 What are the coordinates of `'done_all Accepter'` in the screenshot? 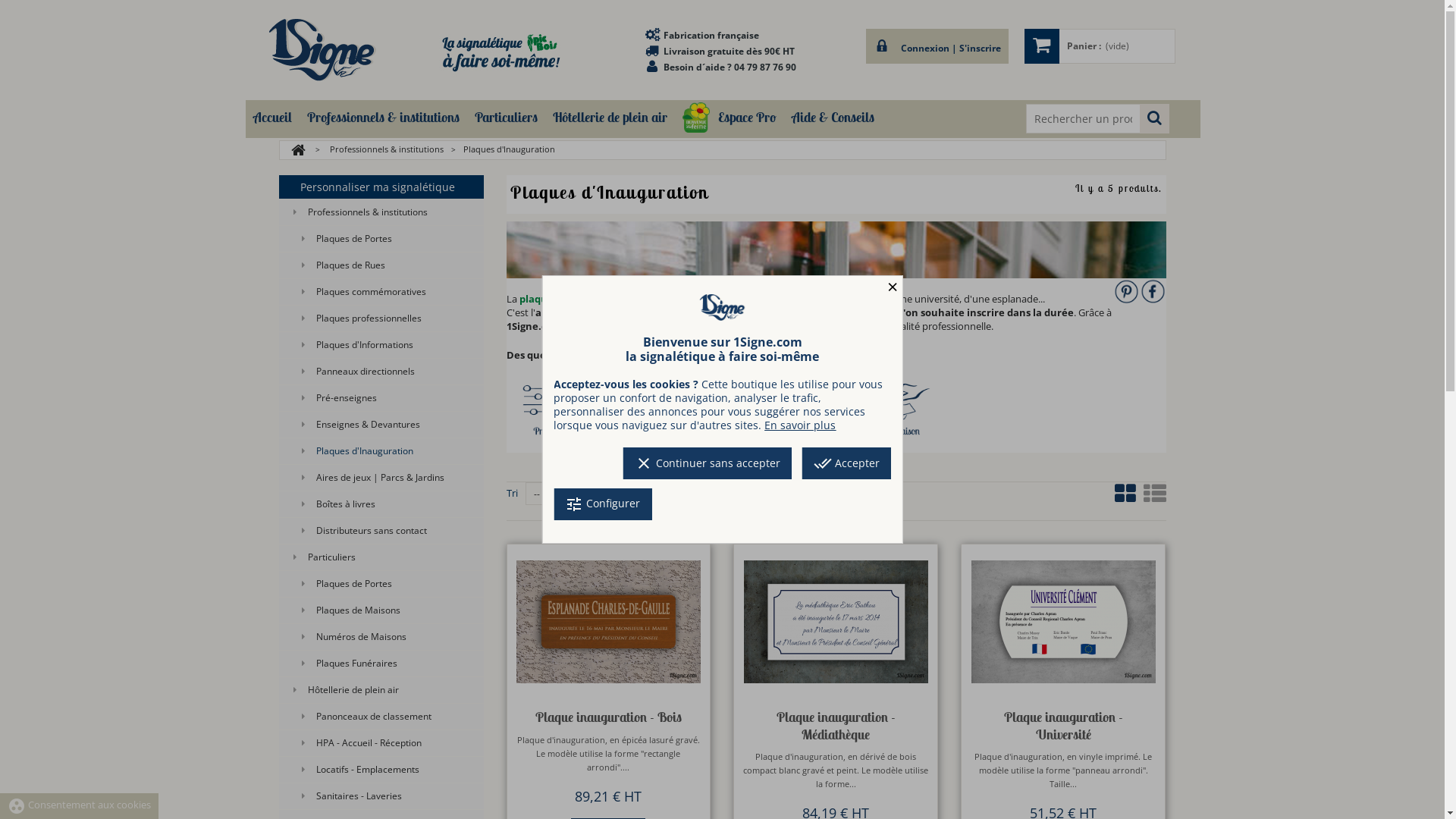 It's located at (846, 462).